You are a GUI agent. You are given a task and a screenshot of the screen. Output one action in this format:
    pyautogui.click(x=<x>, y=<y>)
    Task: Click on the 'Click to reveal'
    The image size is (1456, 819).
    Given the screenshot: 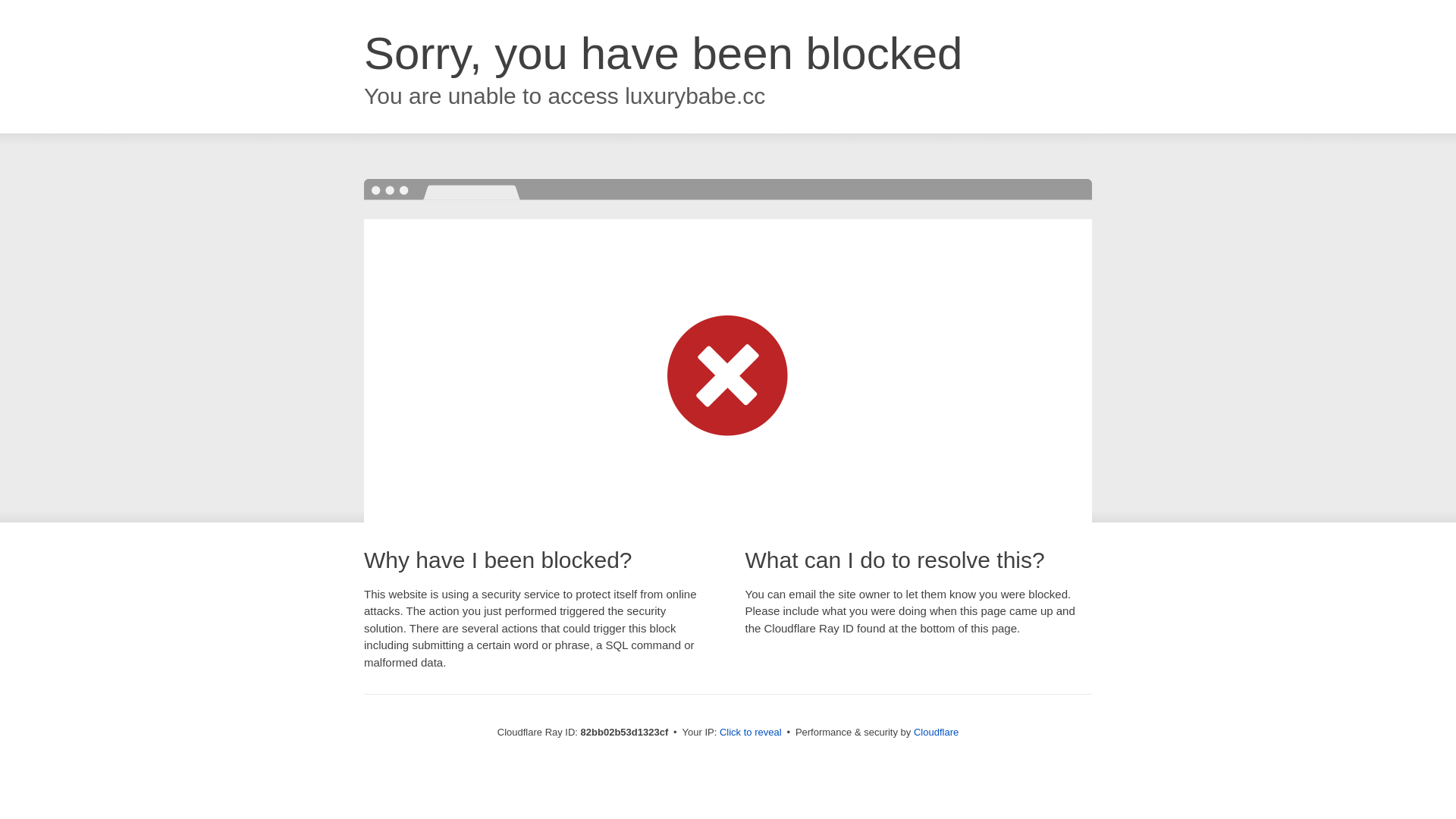 What is the action you would take?
    pyautogui.click(x=719, y=731)
    